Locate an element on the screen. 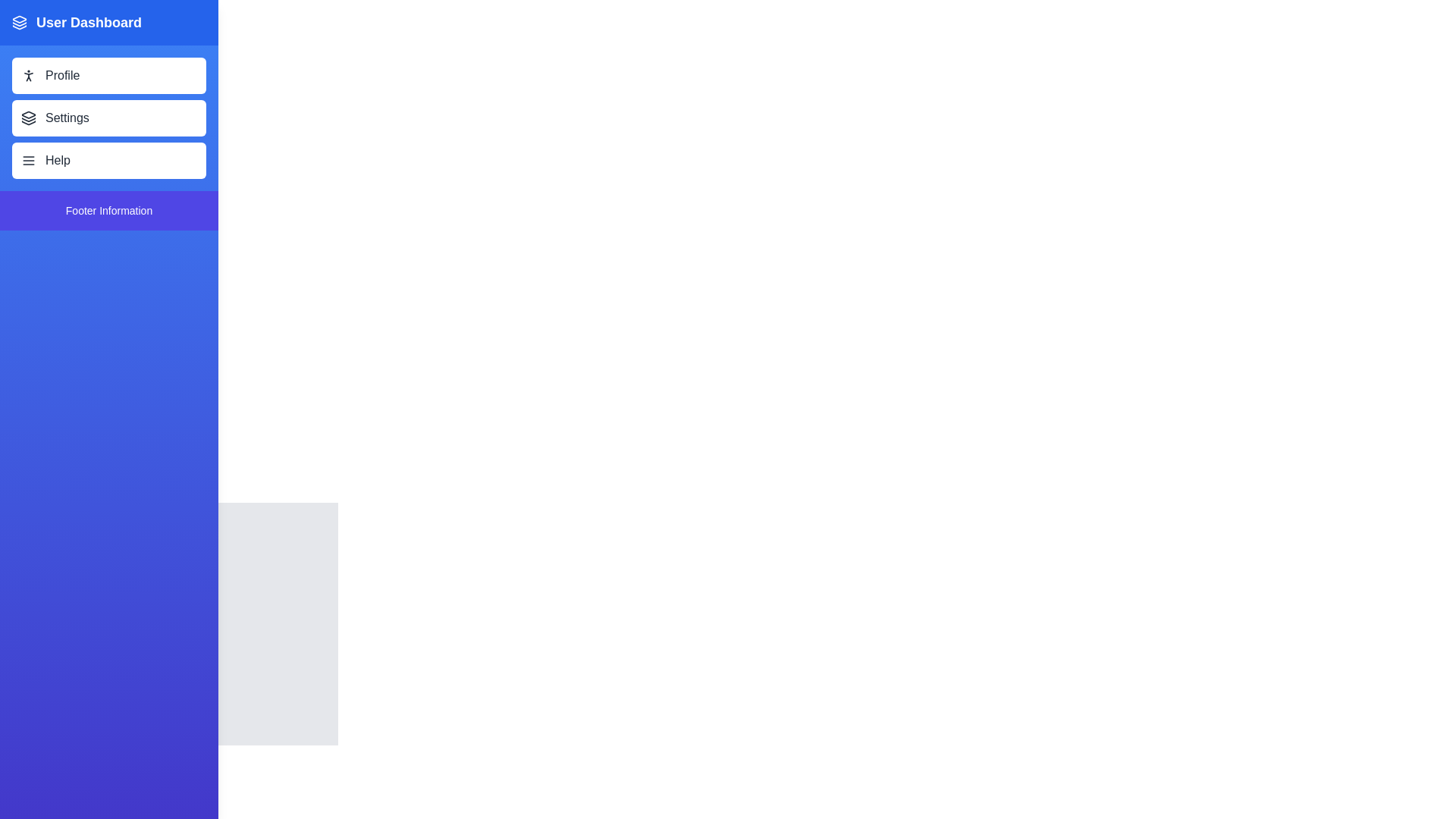  the 'Settings' button, which is a rectangular button with rounded corners located in the sidebar is located at coordinates (108, 117).